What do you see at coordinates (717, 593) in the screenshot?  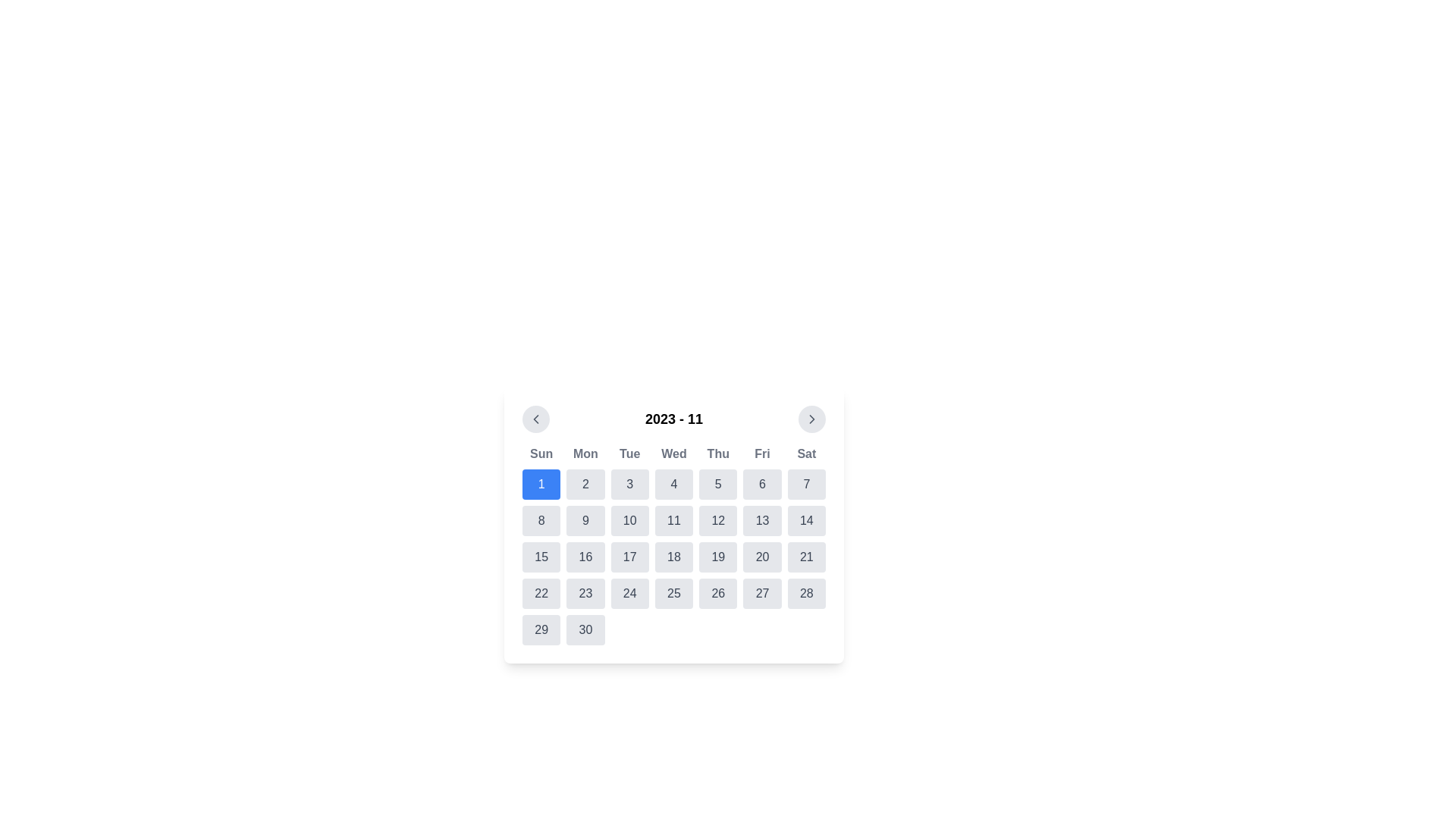 I see `the button displaying the number '26' in a medium-sized, rounded rectangle with a light gray background` at bounding box center [717, 593].